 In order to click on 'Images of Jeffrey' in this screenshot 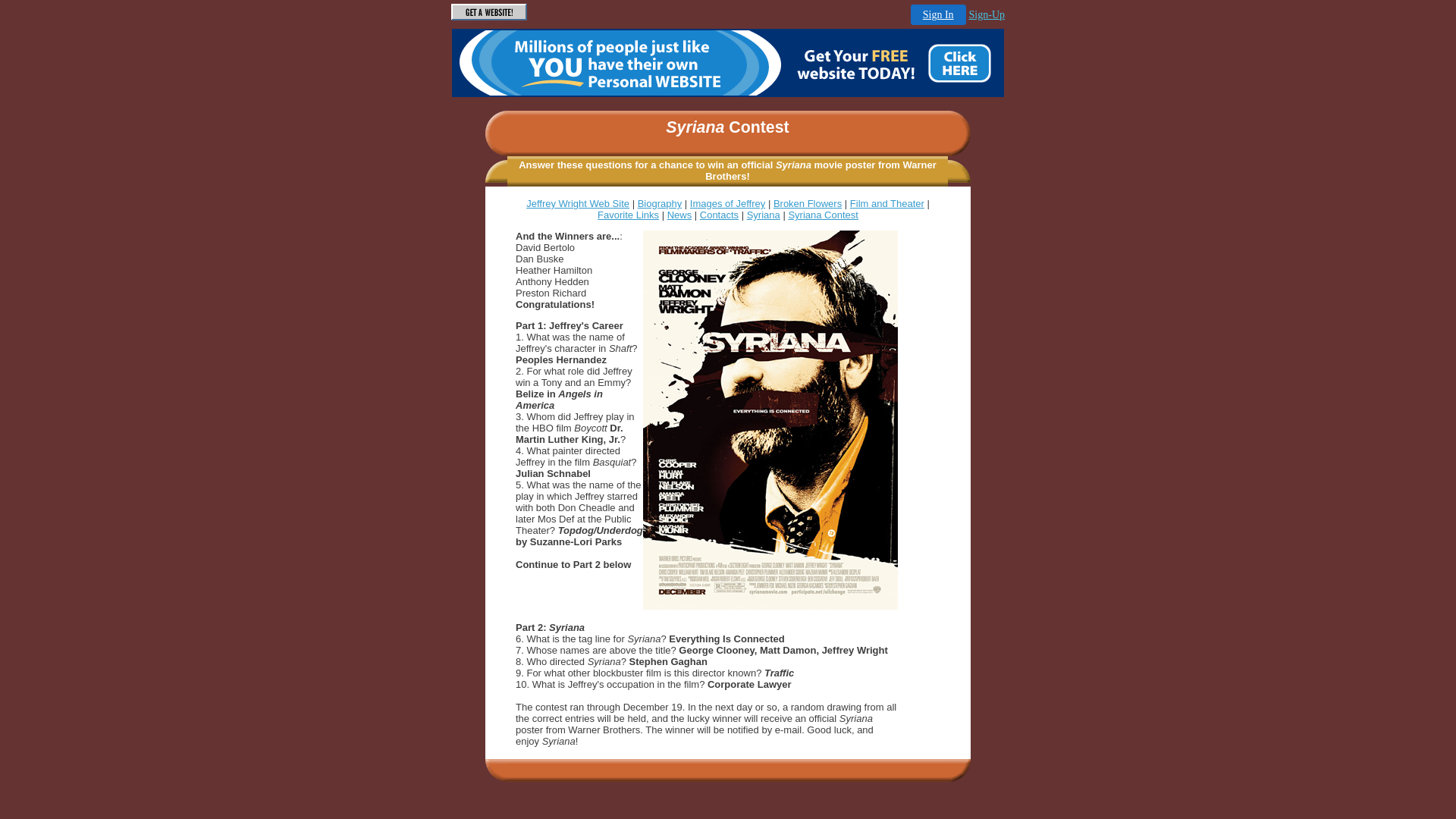, I will do `click(689, 202)`.